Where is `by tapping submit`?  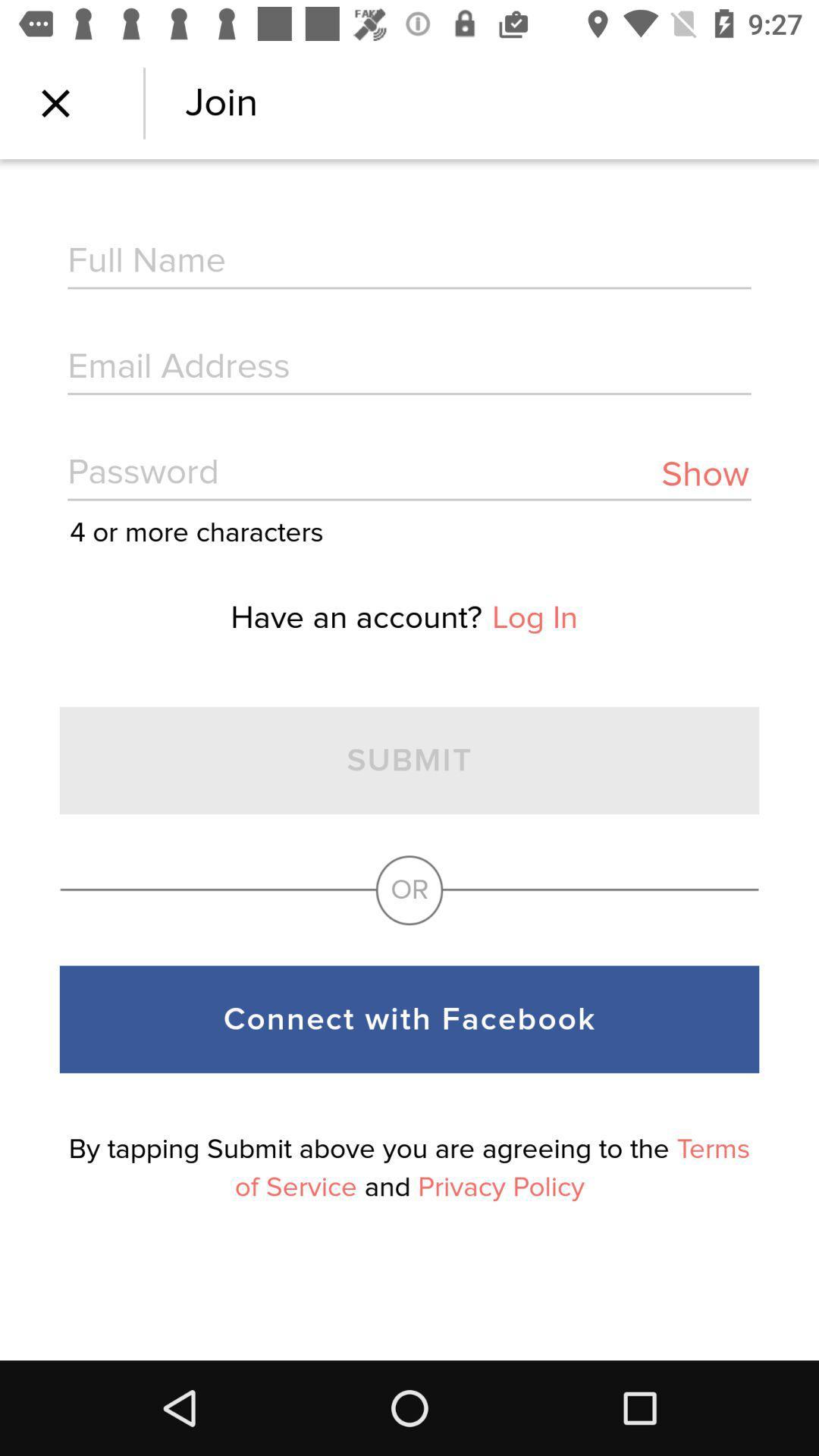 by tapping submit is located at coordinates (409, 1167).